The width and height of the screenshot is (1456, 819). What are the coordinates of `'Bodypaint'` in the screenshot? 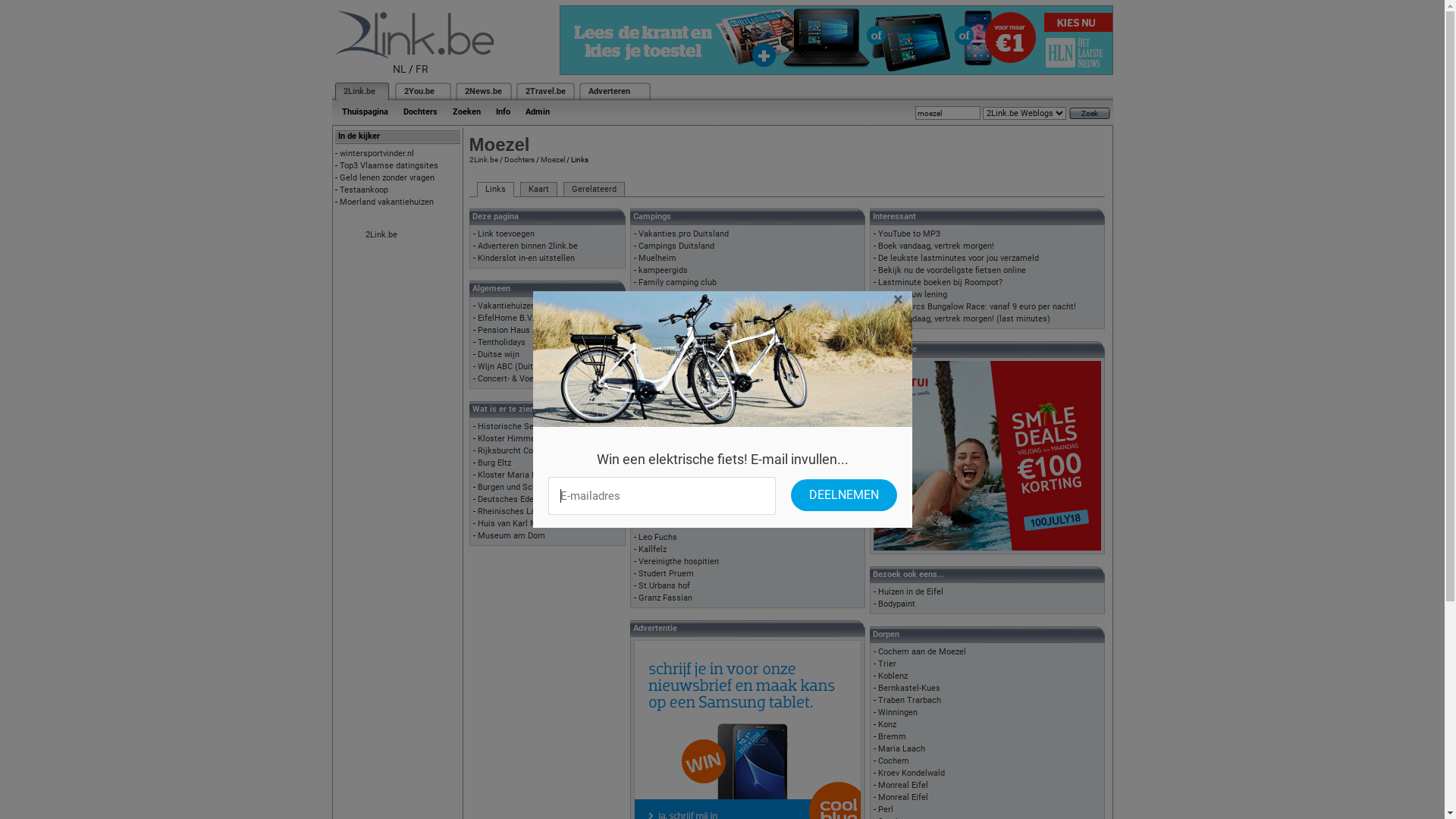 It's located at (896, 603).